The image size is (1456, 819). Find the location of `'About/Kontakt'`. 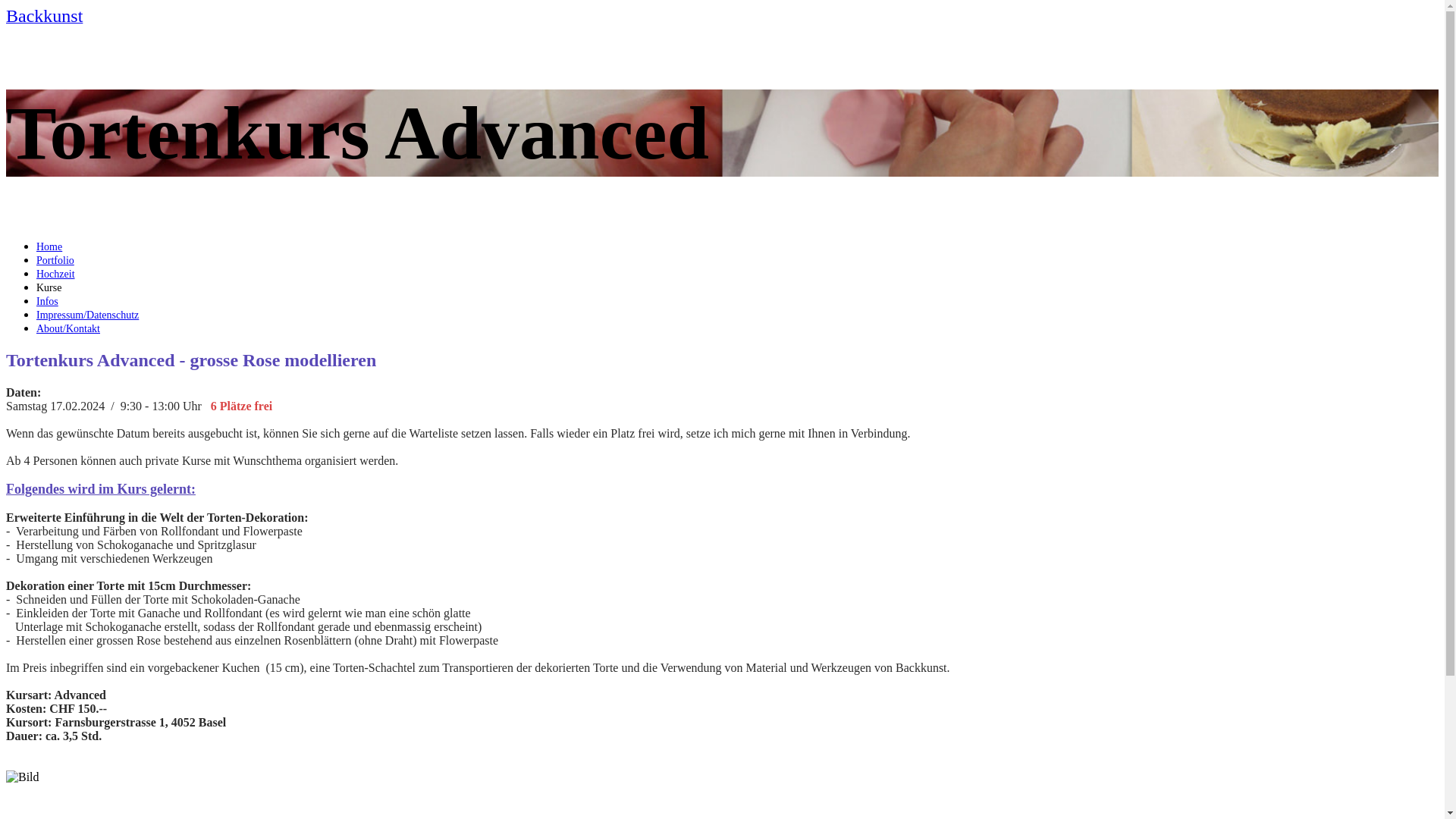

'About/Kontakt' is located at coordinates (67, 328).